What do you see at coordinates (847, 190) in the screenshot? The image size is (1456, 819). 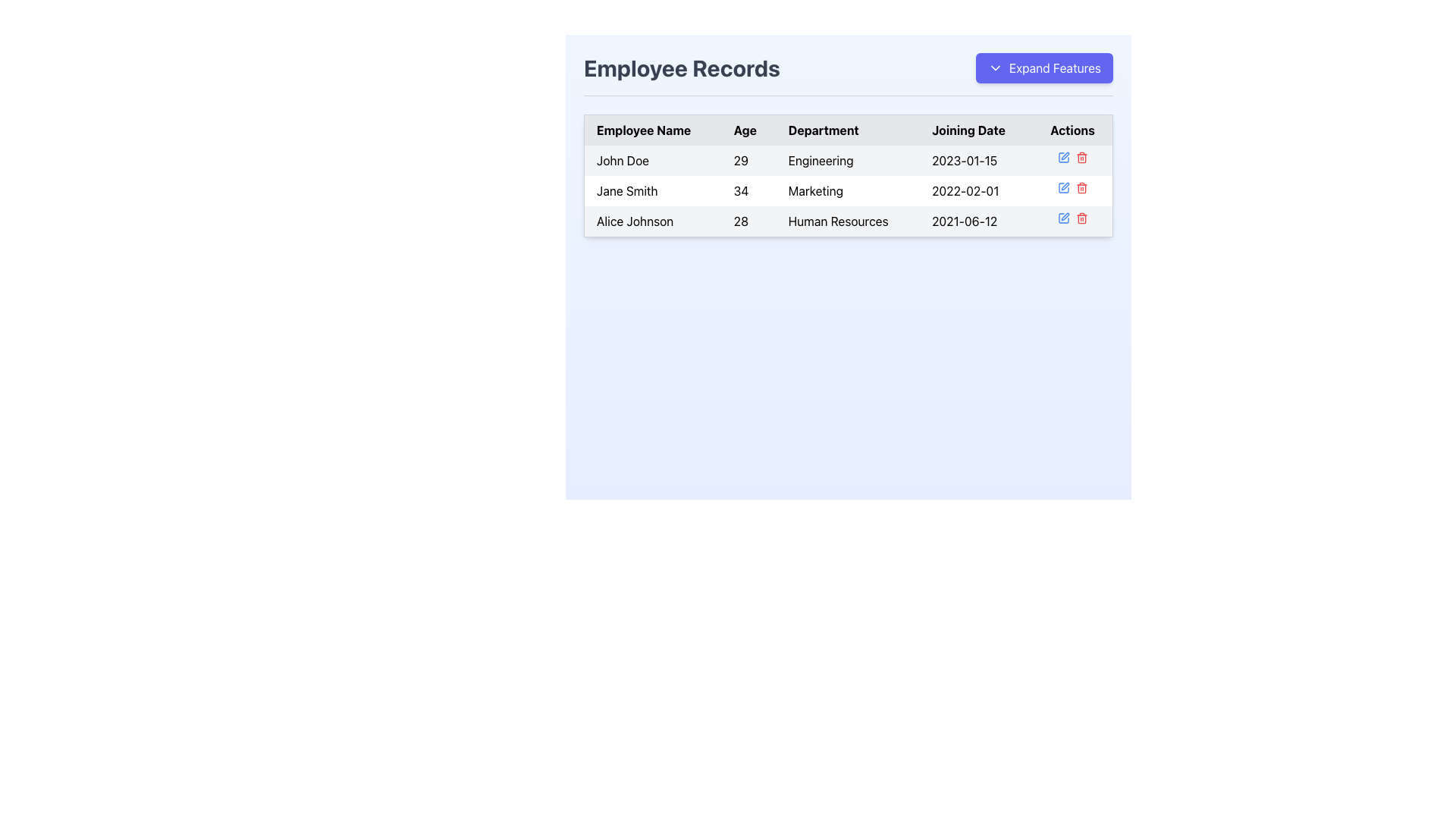 I see `the second row of the 'Employee Records' table to edit the employee's details` at bounding box center [847, 190].